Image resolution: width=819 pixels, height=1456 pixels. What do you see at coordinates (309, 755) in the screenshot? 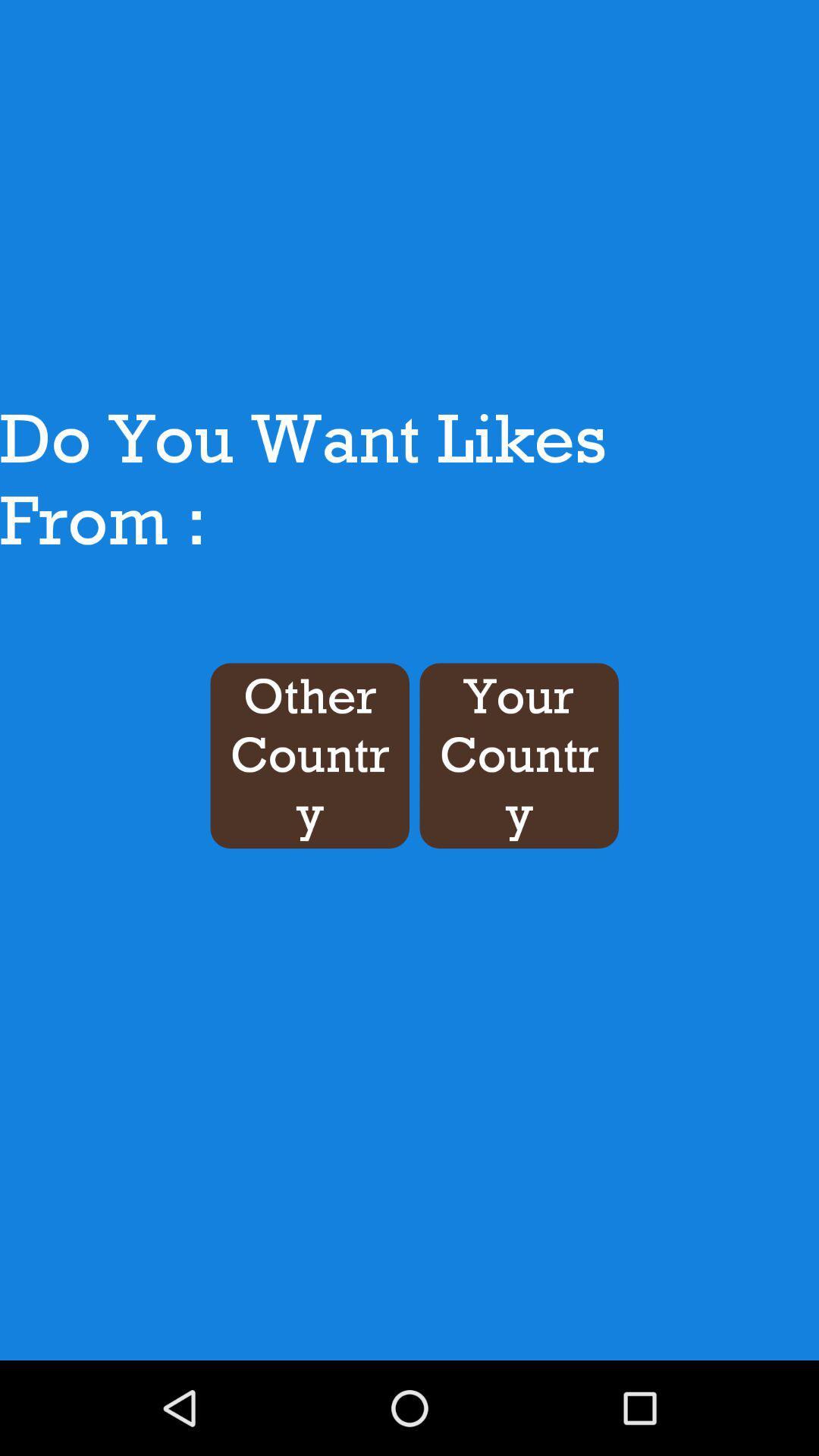
I see `the icon next to the your country button` at bounding box center [309, 755].